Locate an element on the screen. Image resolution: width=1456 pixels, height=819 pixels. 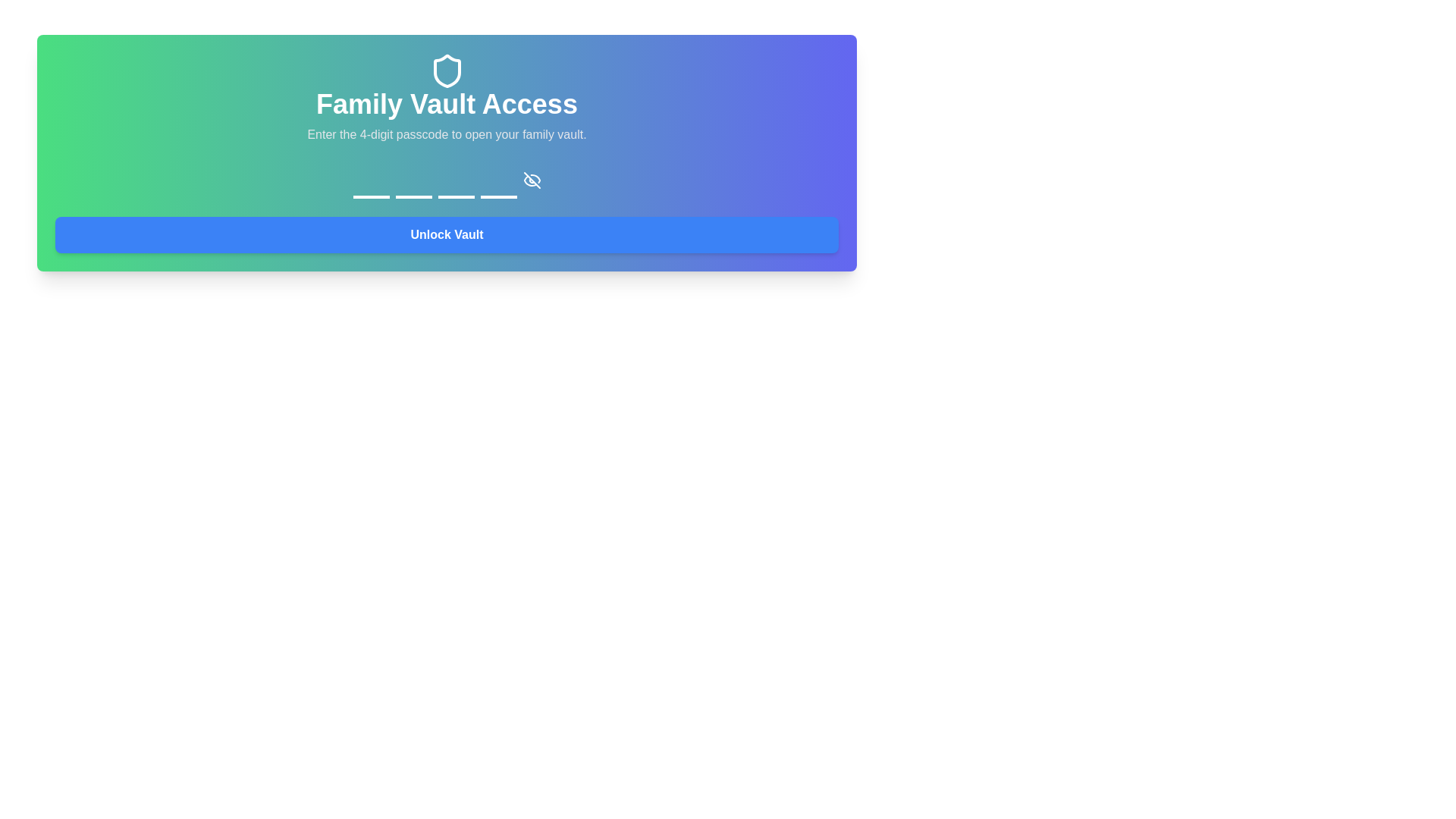
the visibility toggle button represented by an eye icon with a diagonal line crossing it is located at coordinates (532, 180).